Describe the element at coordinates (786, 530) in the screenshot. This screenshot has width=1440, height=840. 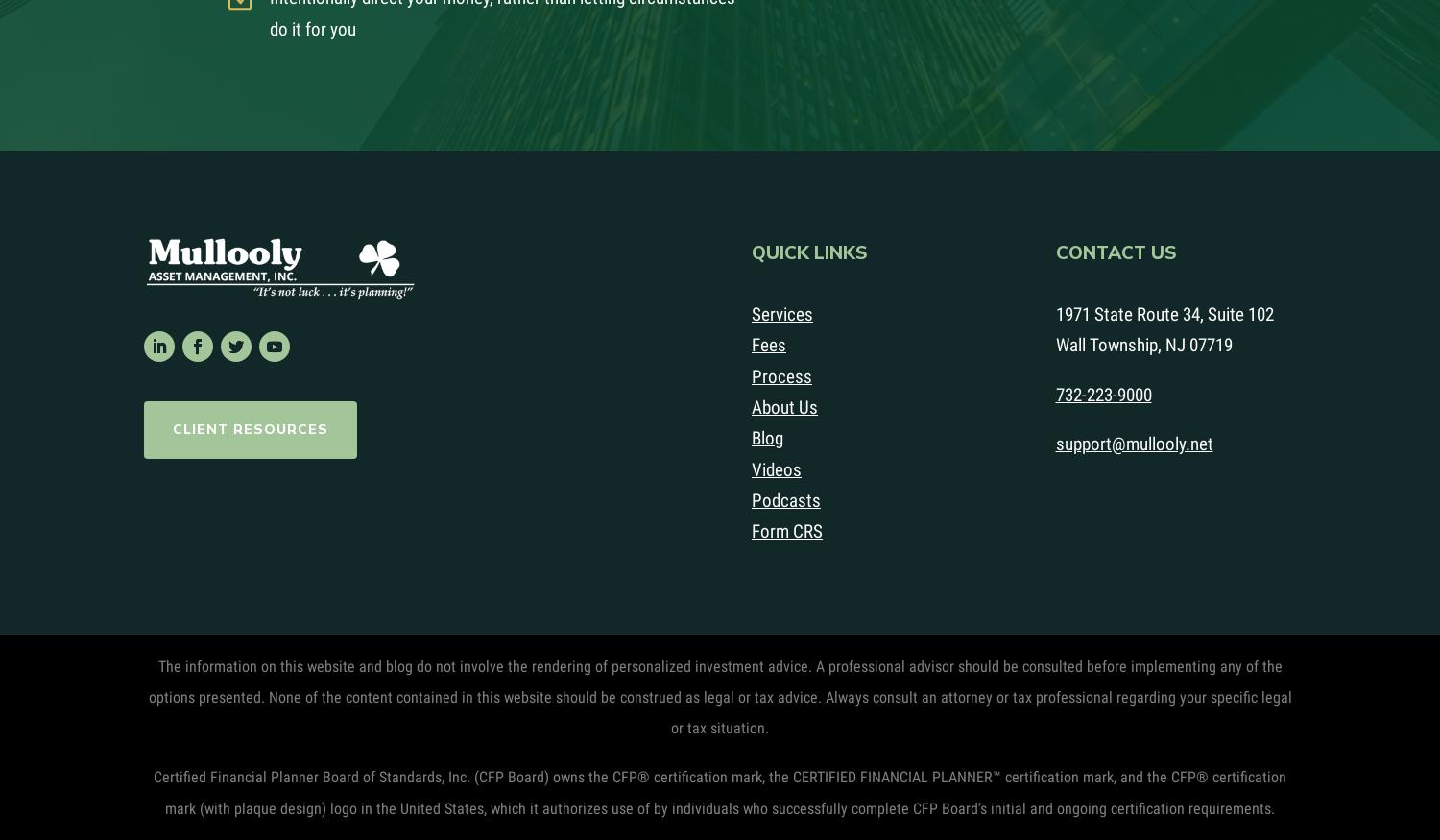
I see `'Form CRS'` at that location.